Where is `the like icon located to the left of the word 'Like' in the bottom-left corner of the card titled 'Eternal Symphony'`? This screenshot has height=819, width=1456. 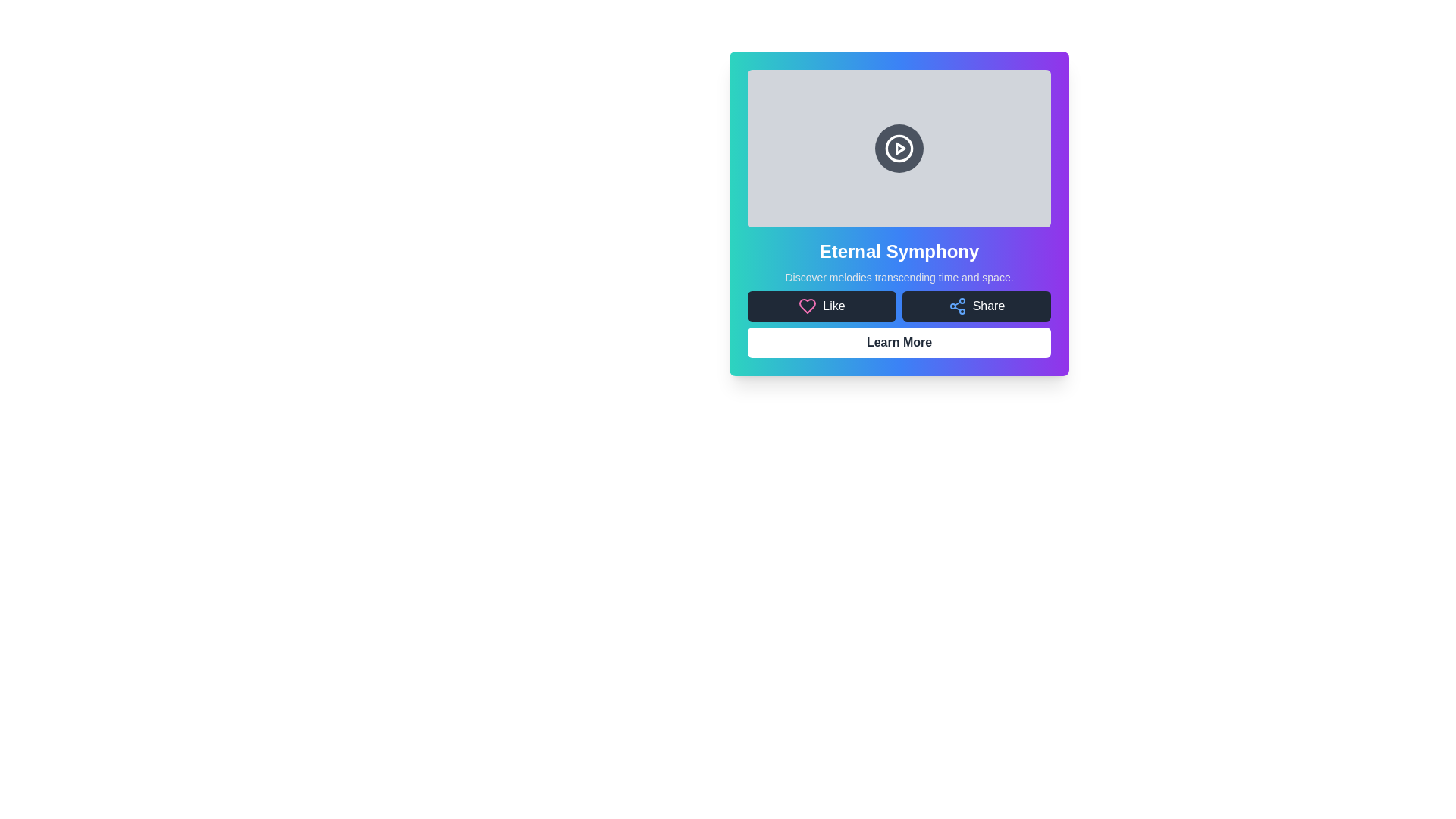
the like icon located to the left of the word 'Like' in the bottom-left corner of the card titled 'Eternal Symphony' is located at coordinates (807, 306).